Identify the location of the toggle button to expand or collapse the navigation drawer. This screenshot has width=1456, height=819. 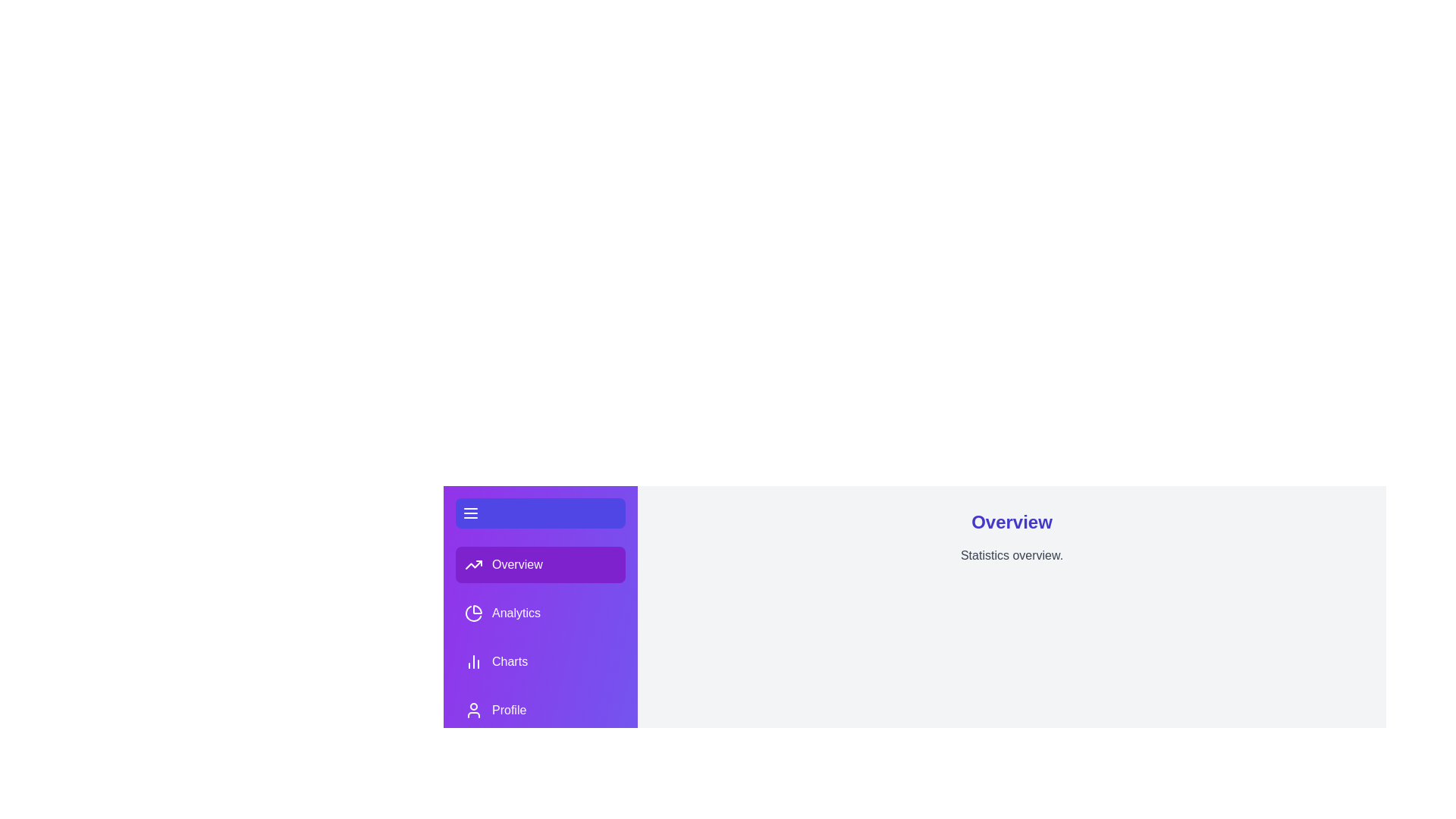
(541, 513).